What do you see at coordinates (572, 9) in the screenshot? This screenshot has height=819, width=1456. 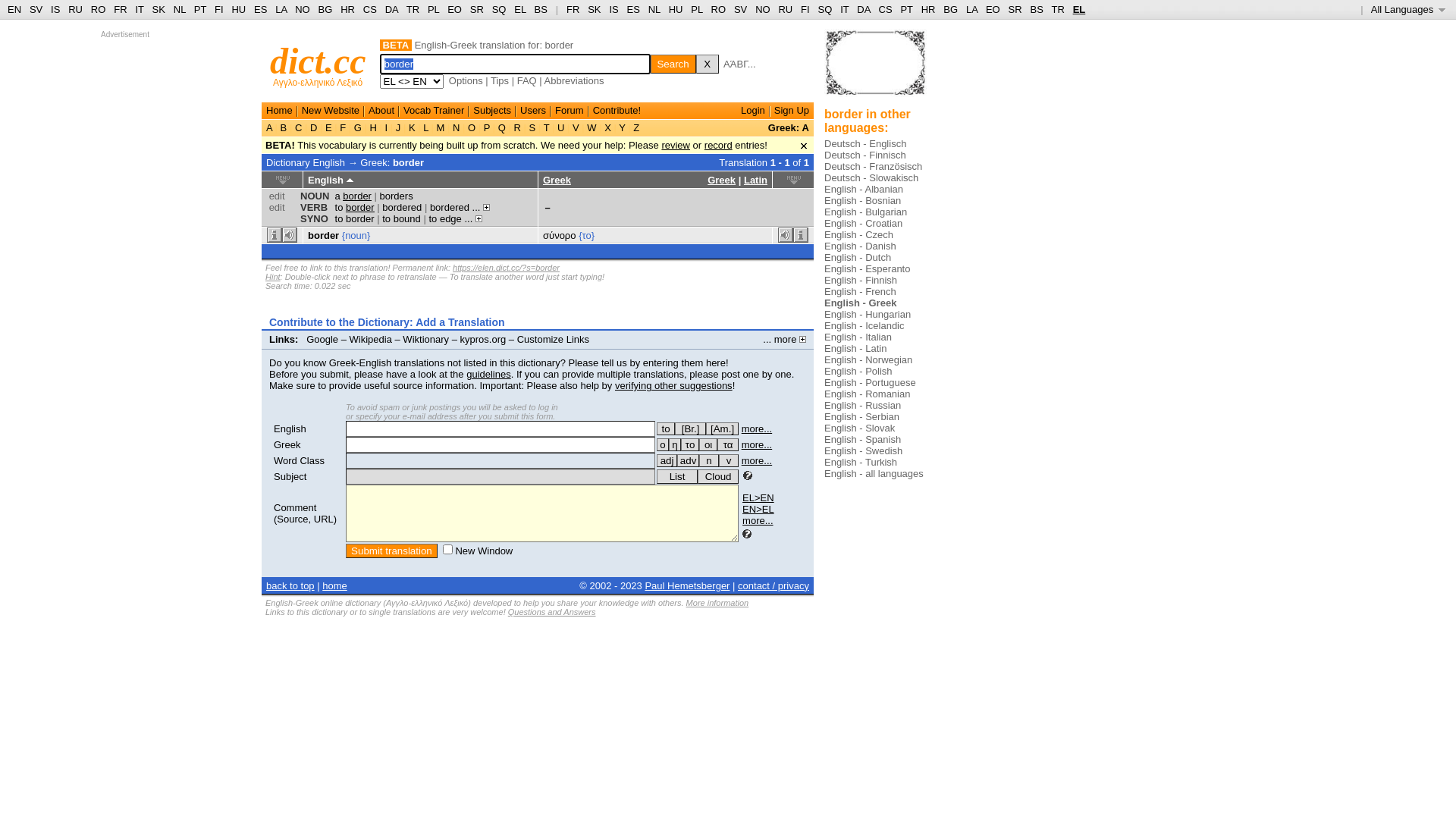 I see `'FR'` at bounding box center [572, 9].